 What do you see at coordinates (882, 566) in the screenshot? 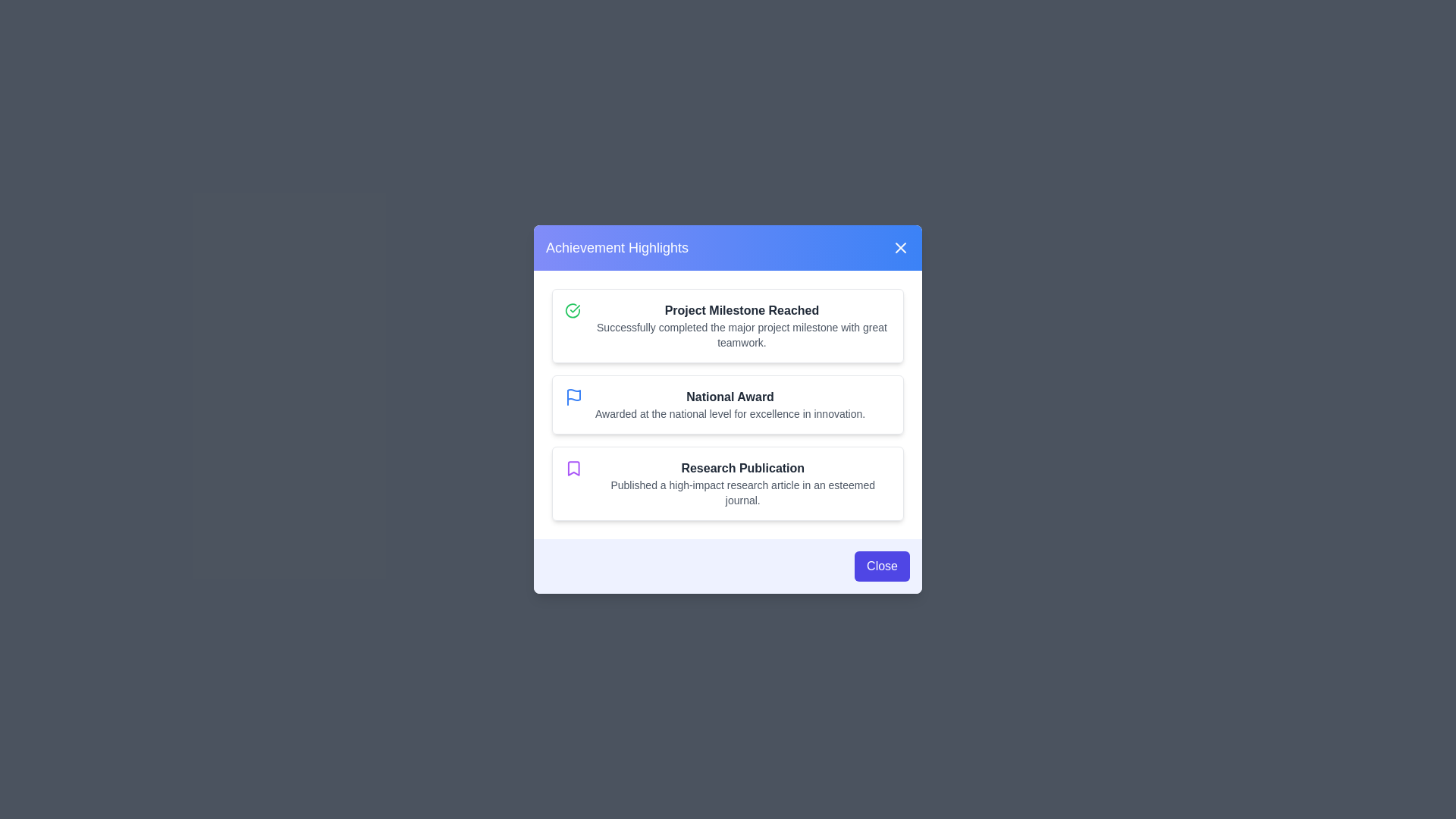
I see `the 'Close' button, which is a white text button on a blue background located at the bottom-right corner of the modal dialog box` at bounding box center [882, 566].